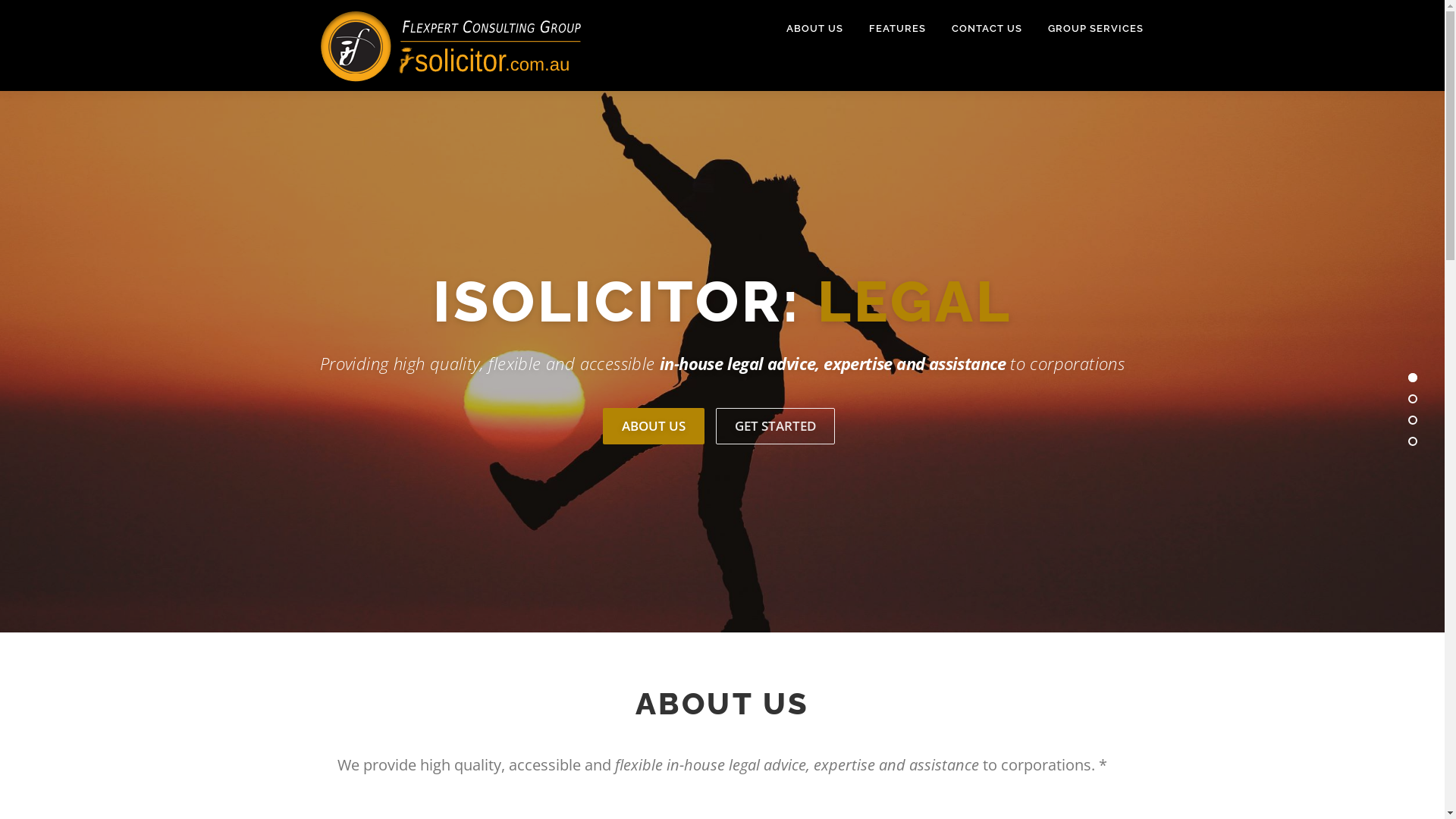 The width and height of the screenshot is (1456, 819). What do you see at coordinates (896, 28) in the screenshot?
I see `'FEATURES'` at bounding box center [896, 28].